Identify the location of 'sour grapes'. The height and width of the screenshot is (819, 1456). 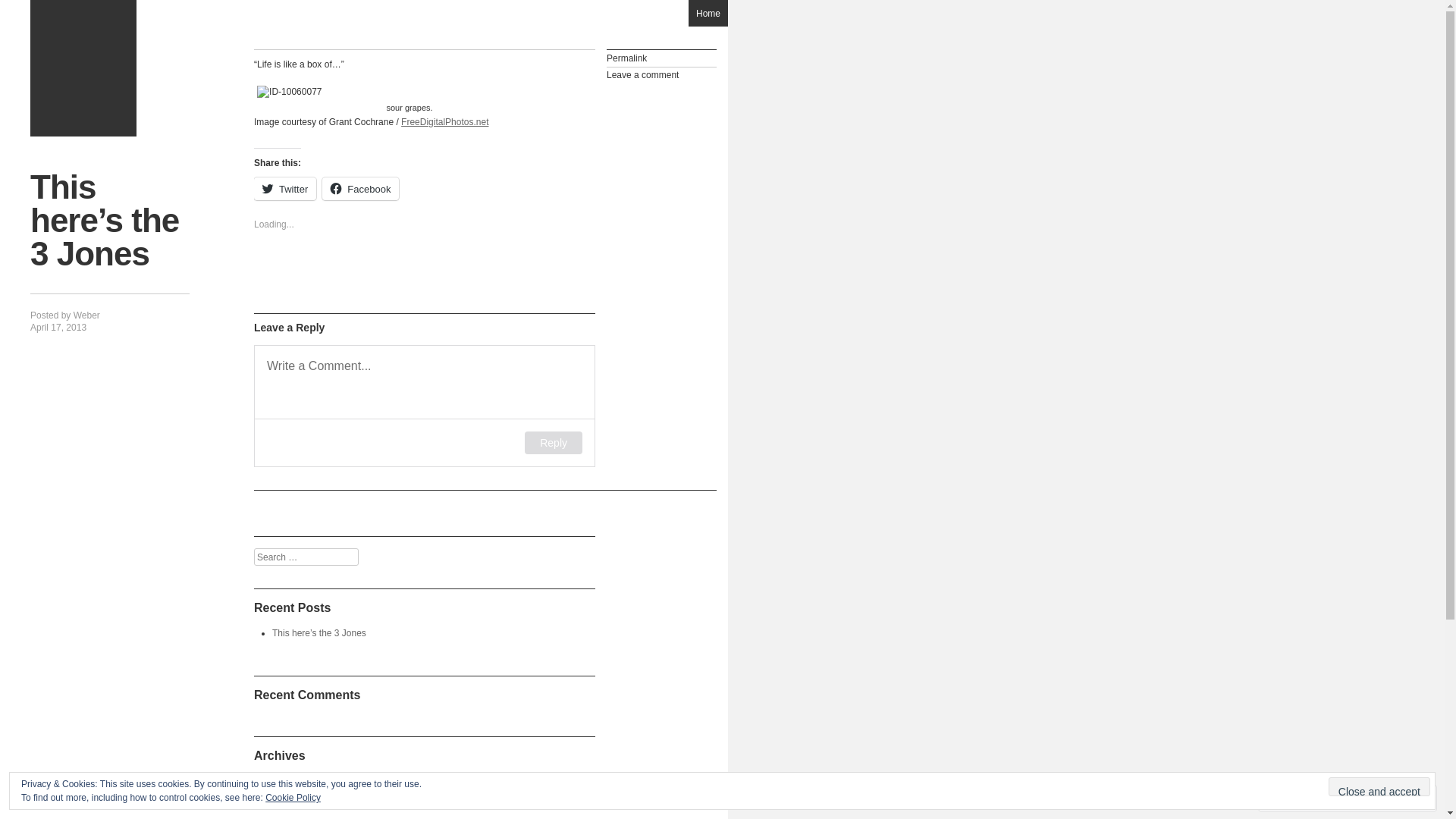
(409, 91).